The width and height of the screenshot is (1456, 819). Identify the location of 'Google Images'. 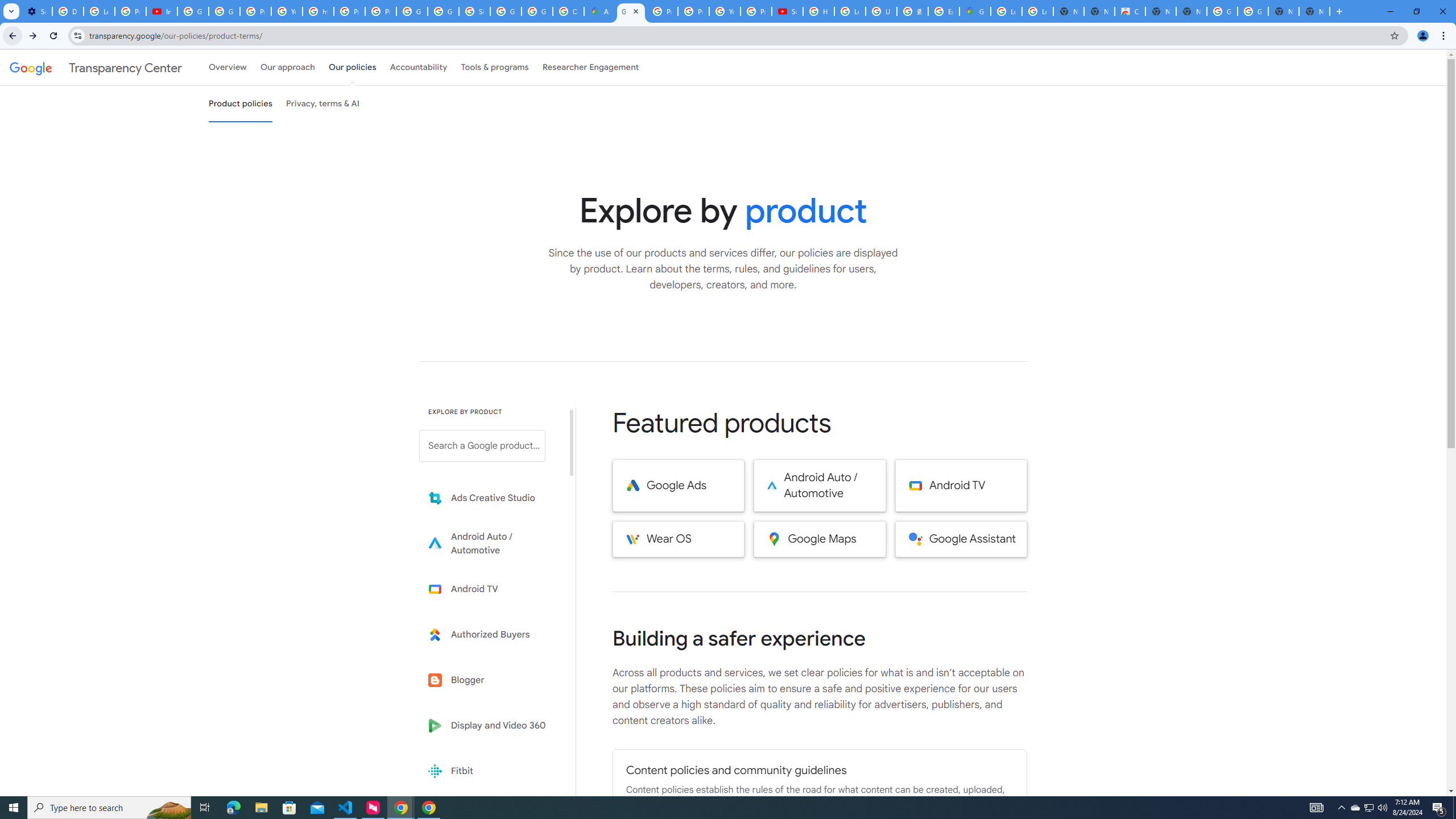
(1222, 11).